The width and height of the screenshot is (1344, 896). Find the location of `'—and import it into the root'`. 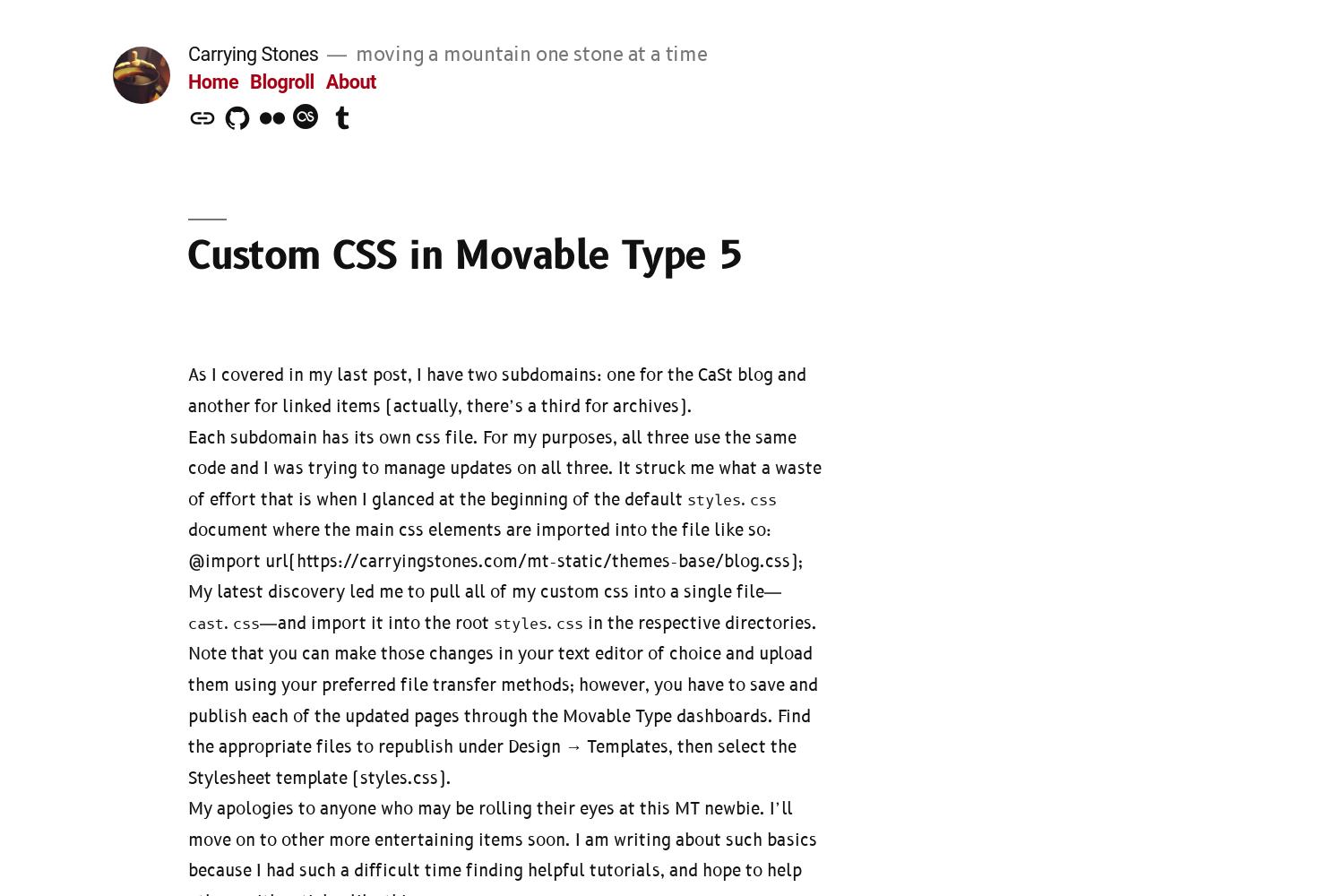

'—and import it into the root' is located at coordinates (376, 622).